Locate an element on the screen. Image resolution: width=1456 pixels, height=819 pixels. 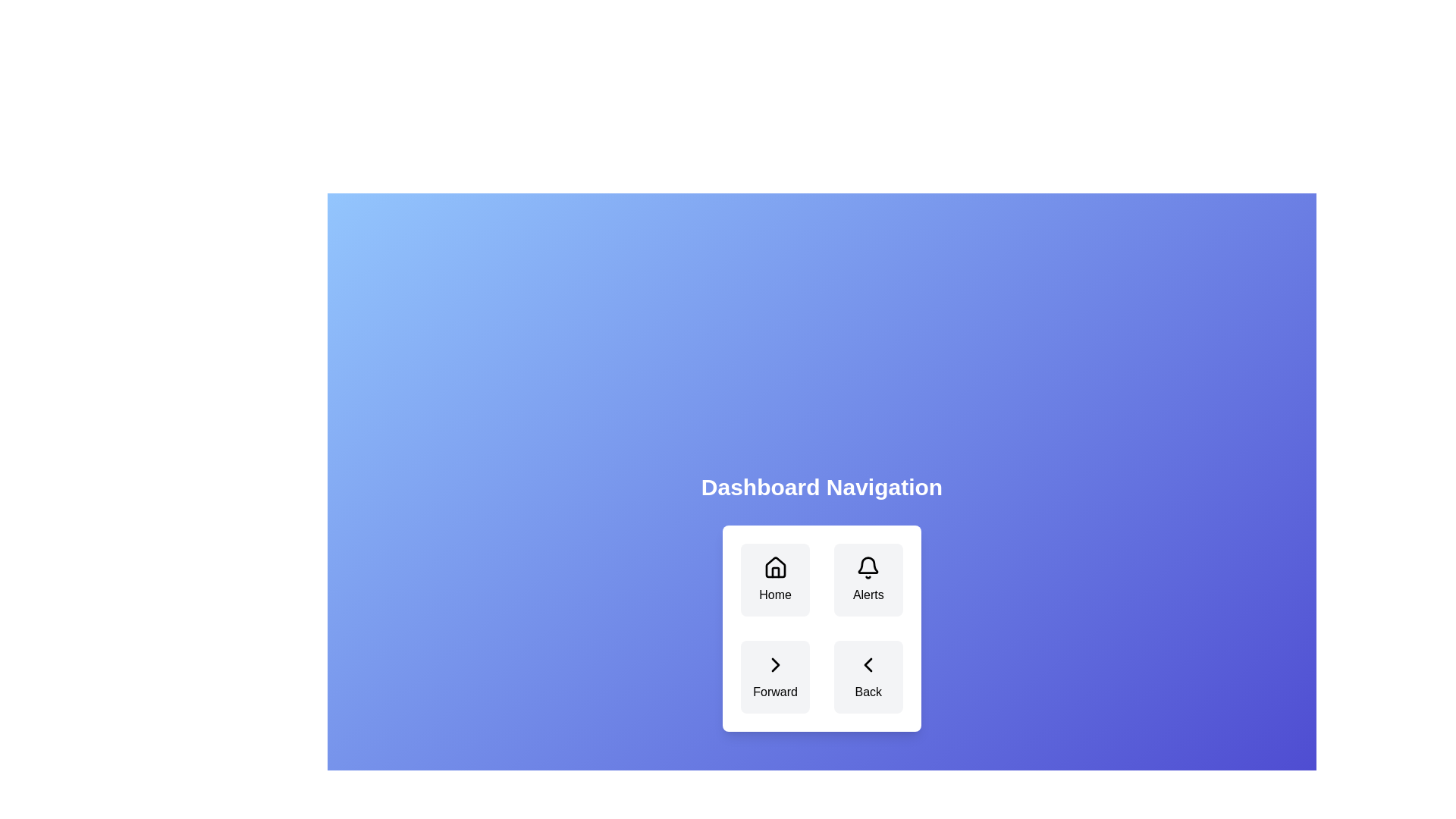
the button located in the upper-right section of the layout grid, specifically the second card in a 2x2 grid is located at coordinates (868, 579).